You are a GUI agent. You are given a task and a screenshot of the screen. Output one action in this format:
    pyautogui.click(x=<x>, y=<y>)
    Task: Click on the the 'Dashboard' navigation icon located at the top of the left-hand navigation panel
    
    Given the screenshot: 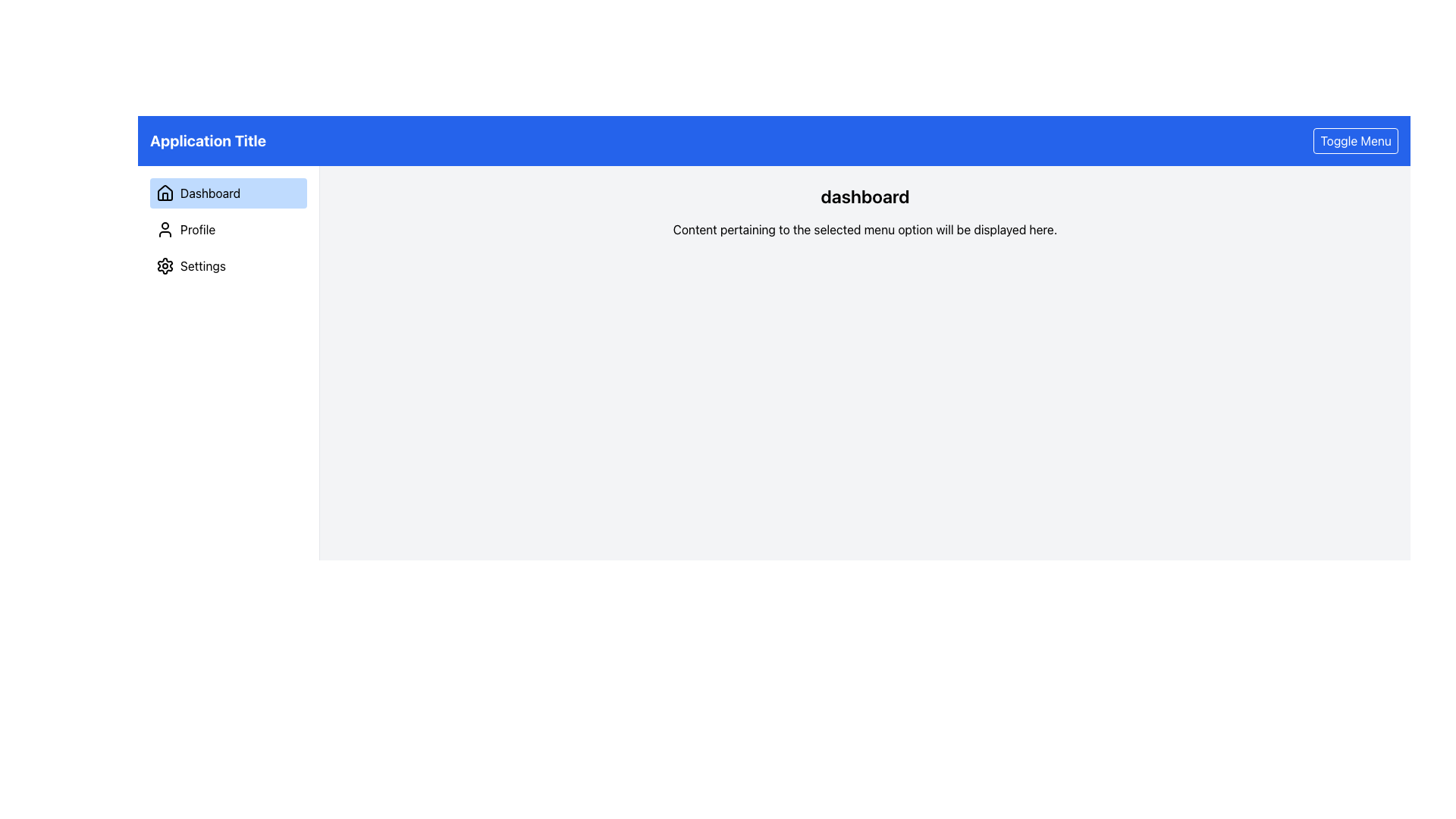 What is the action you would take?
    pyautogui.click(x=165, y=192)
    